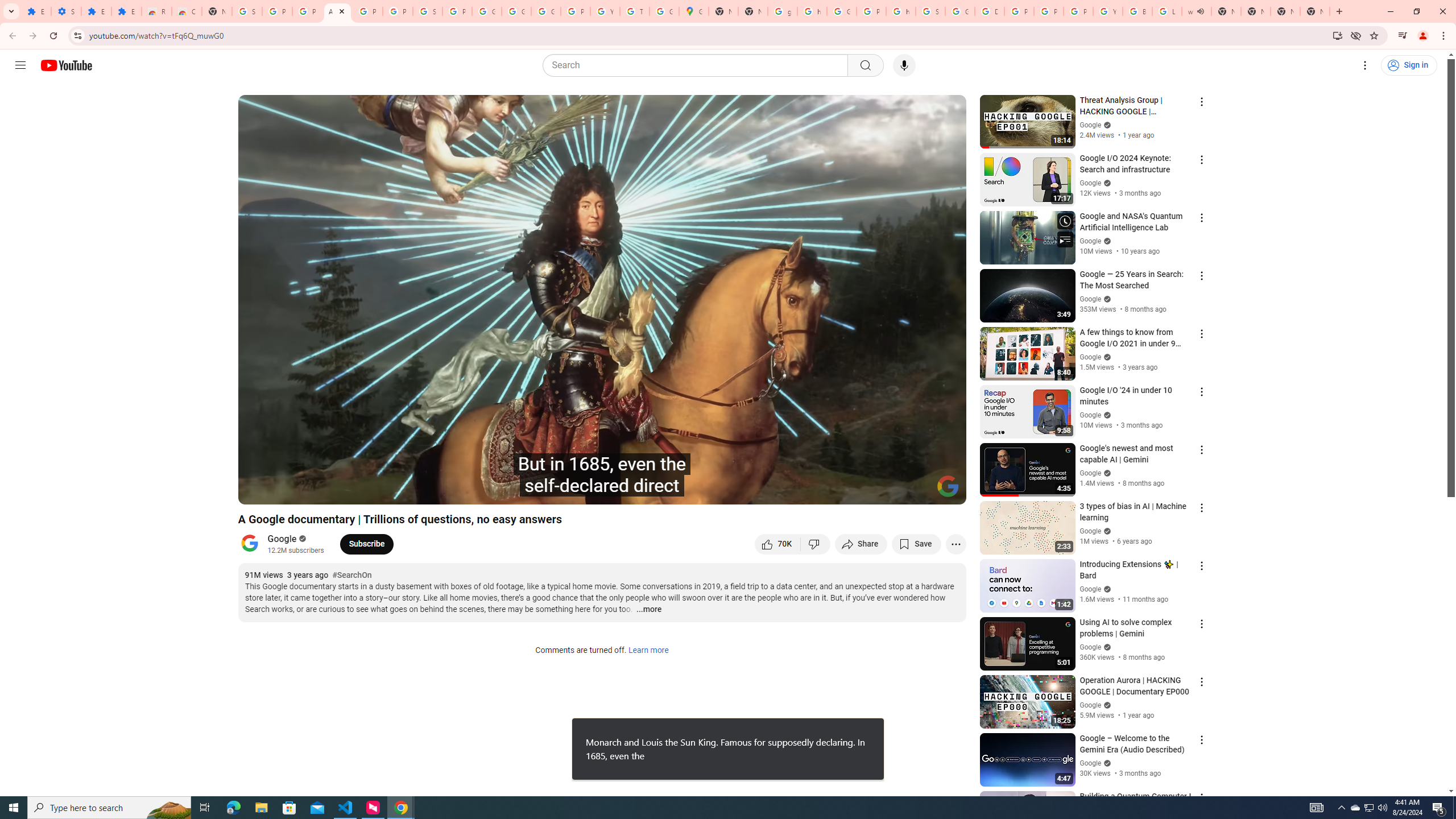 The width and height of the screenshot is (1456, 819). What do you see at coordinates (77, 35) in the screenshot?
I see `'View site information'` at bounding box center [77, 35].